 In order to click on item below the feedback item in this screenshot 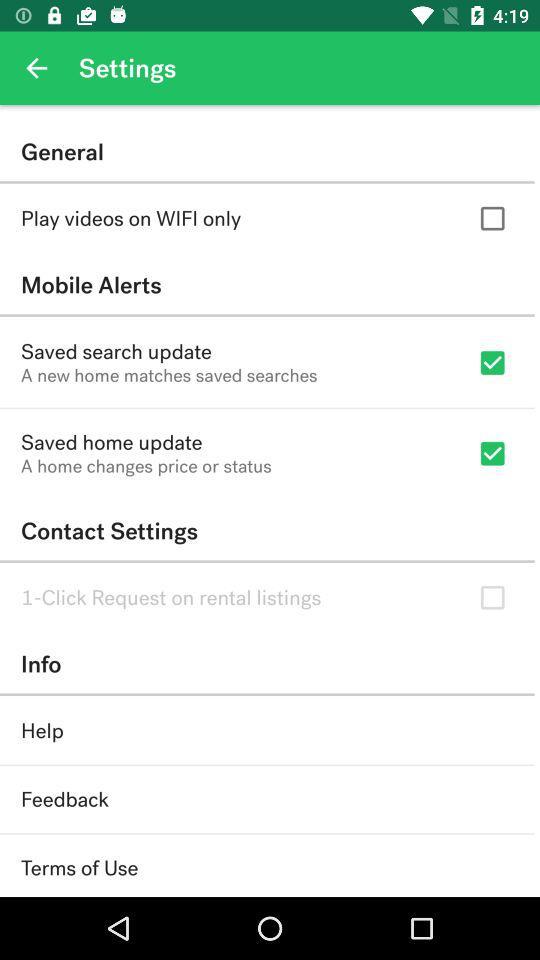, I will do `click(78, 867)`.